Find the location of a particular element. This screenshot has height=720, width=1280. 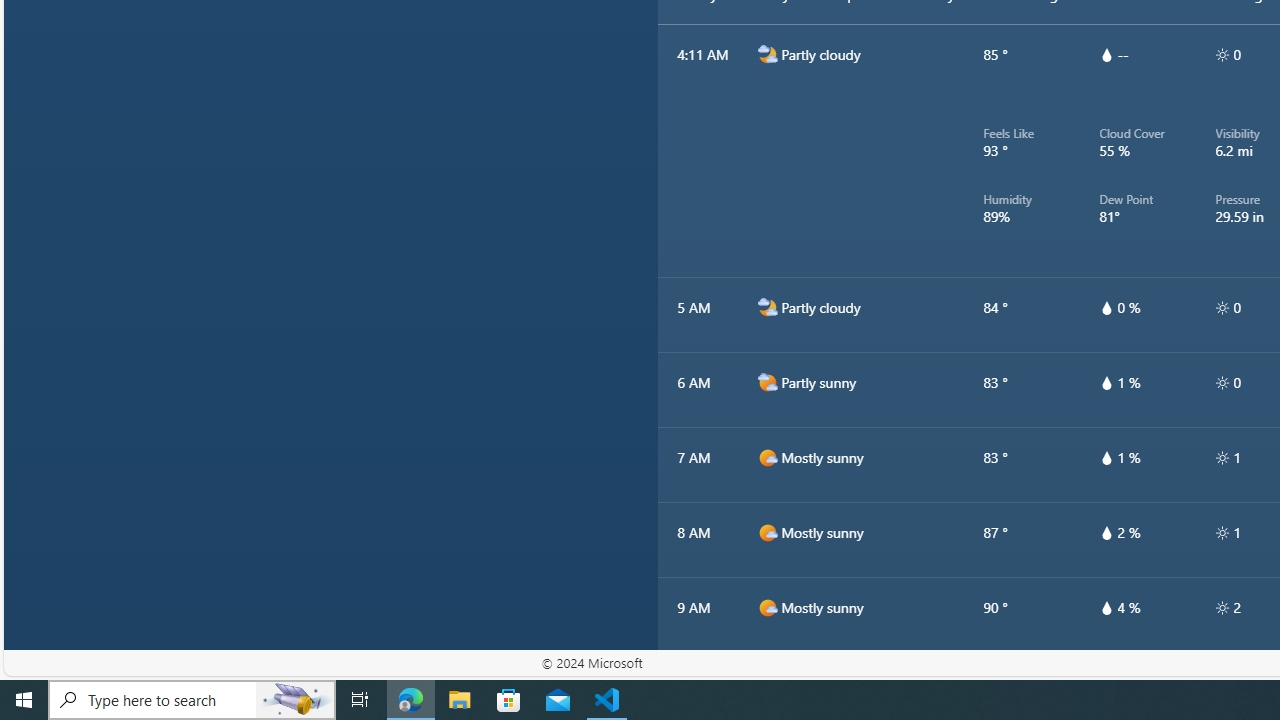

'Task View' is located at coordinates (359, 698).